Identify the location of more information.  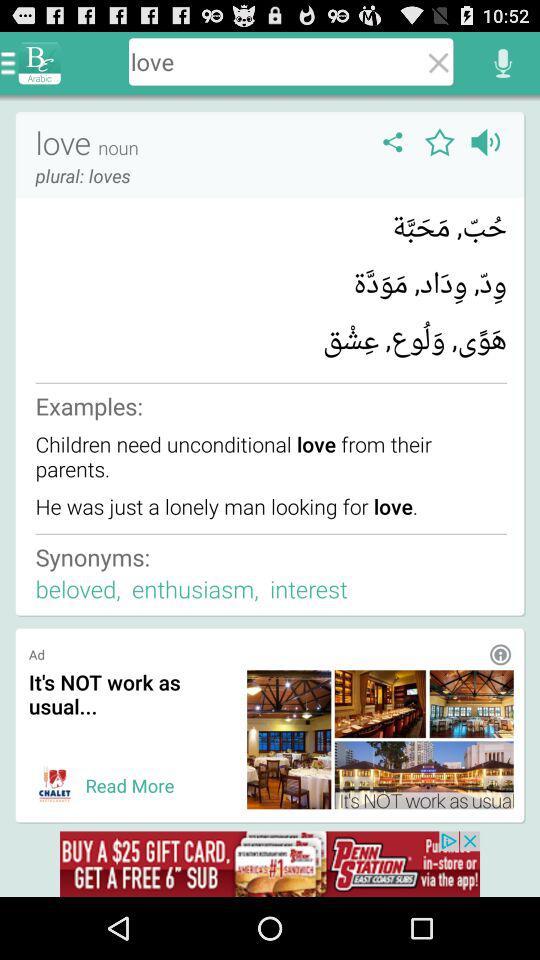
(499, 653).